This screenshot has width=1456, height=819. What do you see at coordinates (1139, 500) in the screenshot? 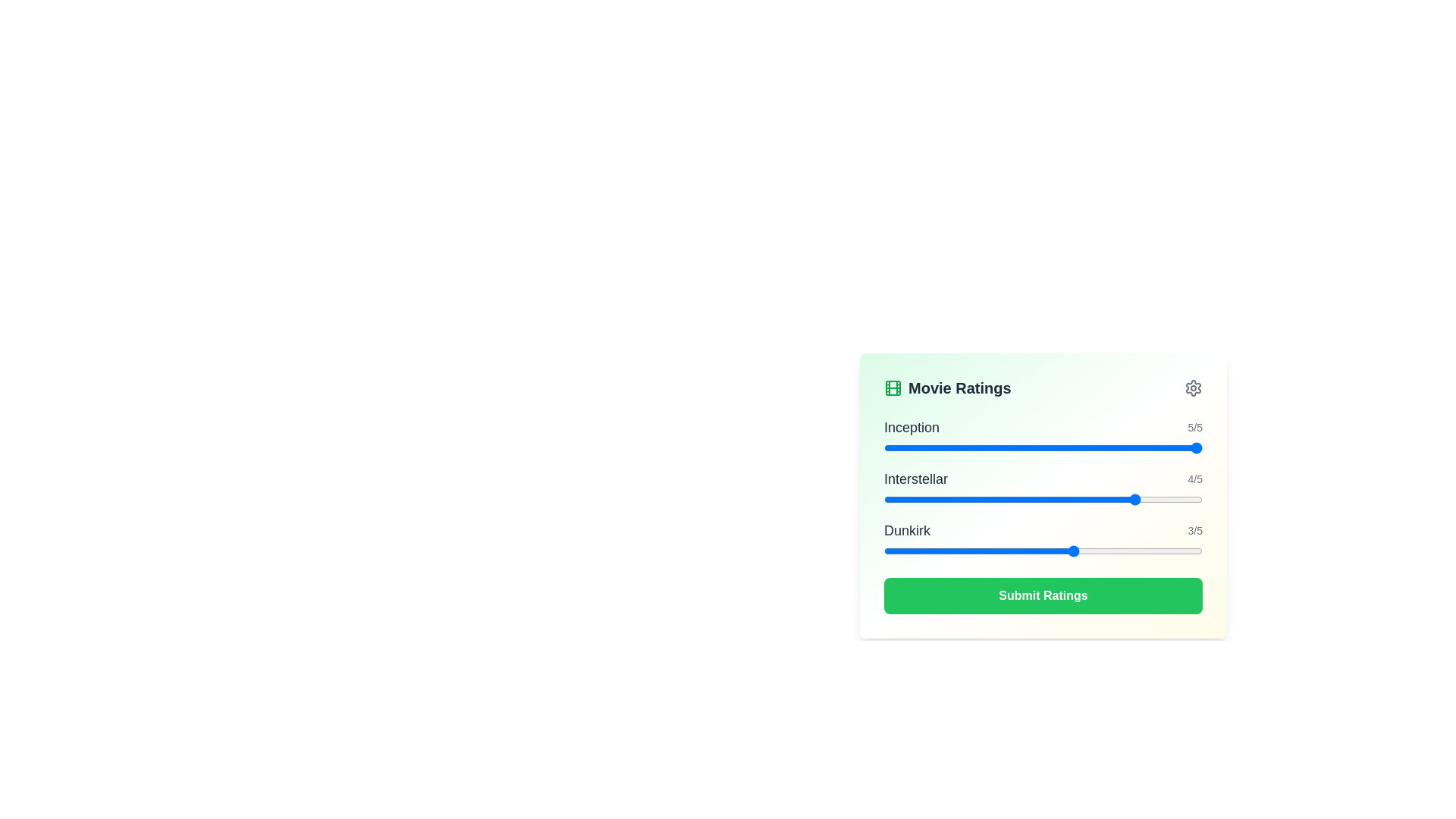
I see `the rating for 'Interstellar'` at bounding box center [1139, 500].